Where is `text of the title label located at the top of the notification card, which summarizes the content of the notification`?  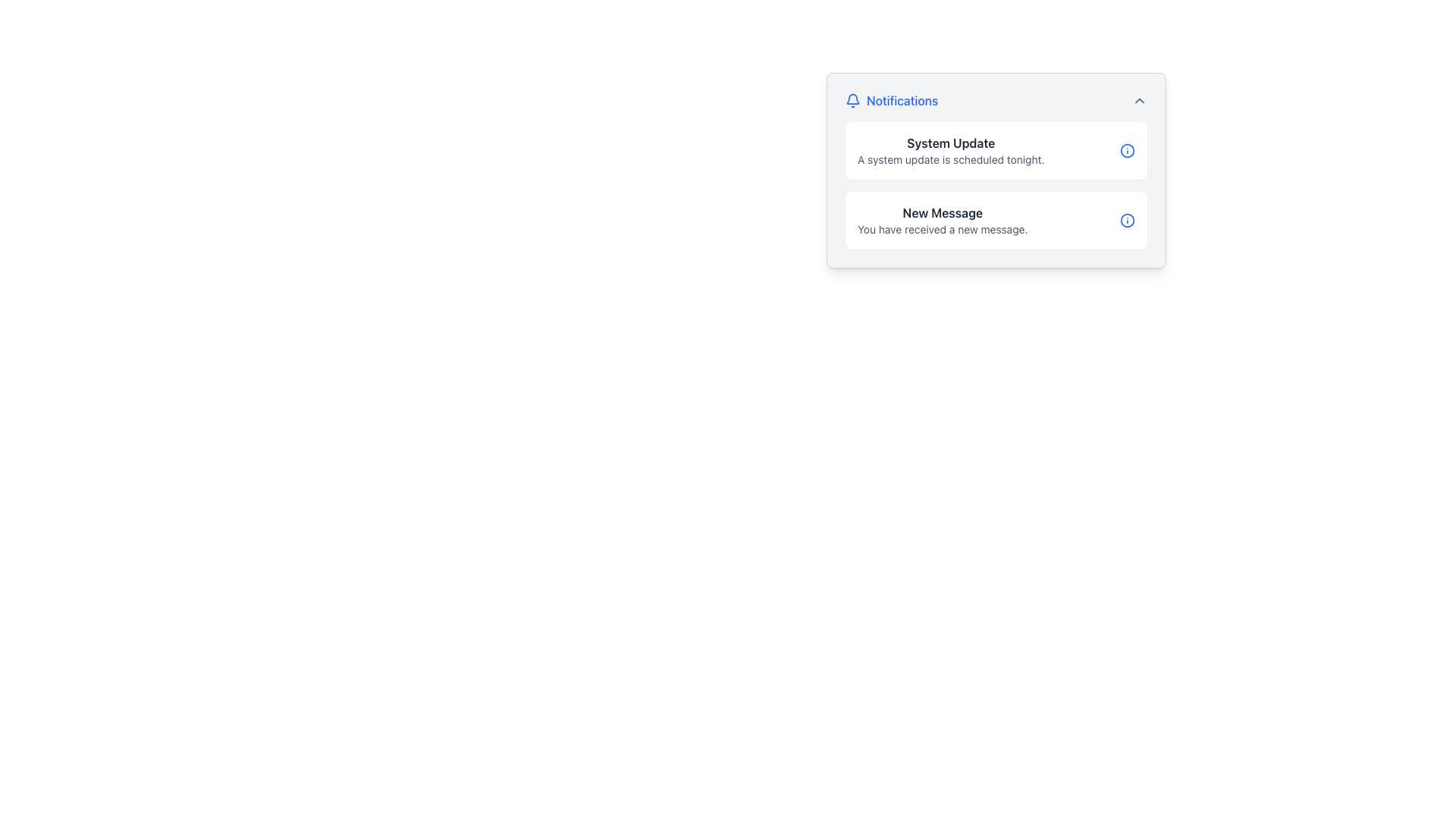 text of the title label located at the top of the notification card, which summarizes the content of the notification is located at coordinates (942, 213).